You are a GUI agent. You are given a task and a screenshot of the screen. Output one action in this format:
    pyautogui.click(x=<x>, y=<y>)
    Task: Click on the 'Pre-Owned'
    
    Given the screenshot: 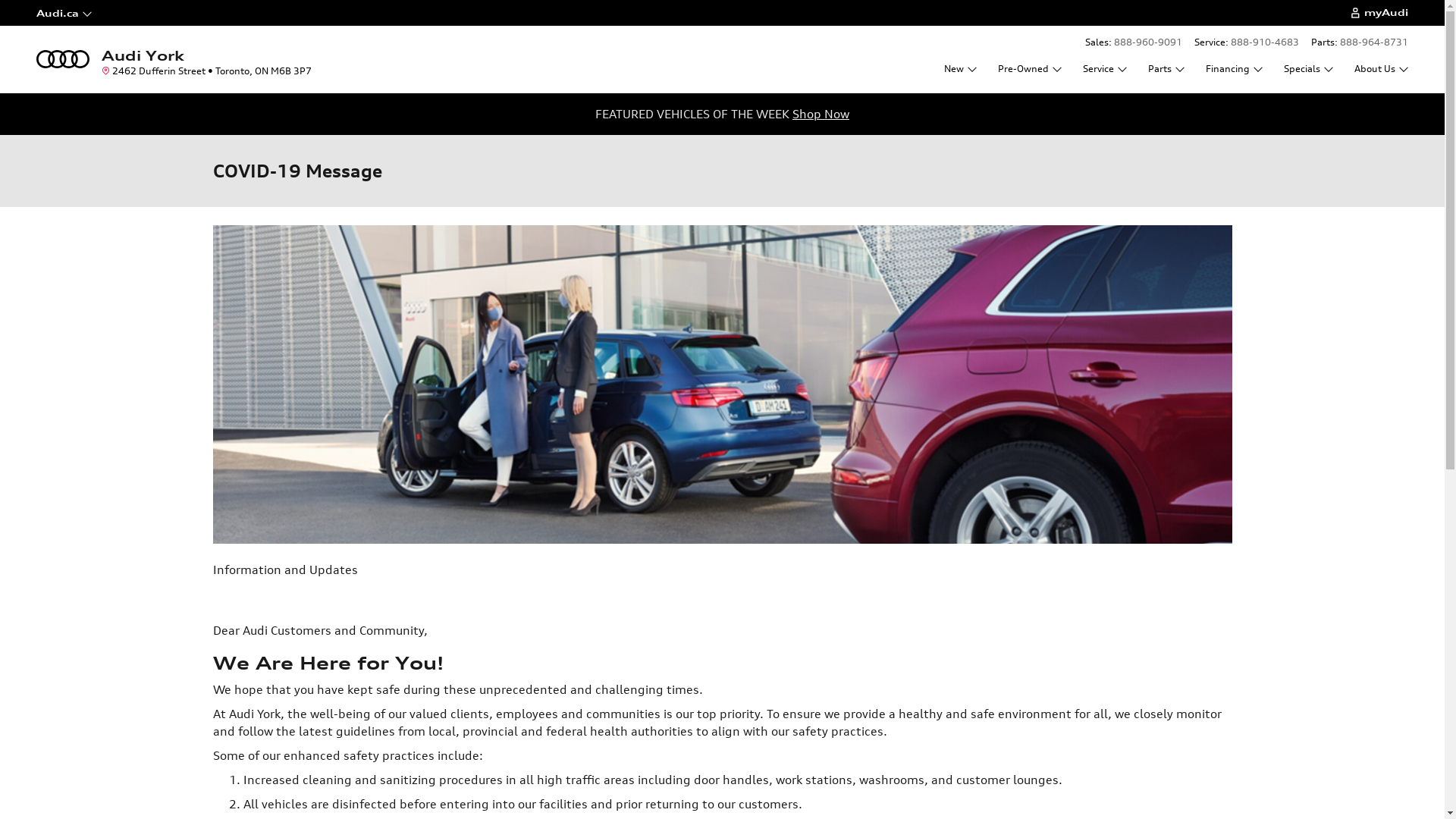 What is the action you would take?
    pyautogui.click(x=1030, y=68)
    